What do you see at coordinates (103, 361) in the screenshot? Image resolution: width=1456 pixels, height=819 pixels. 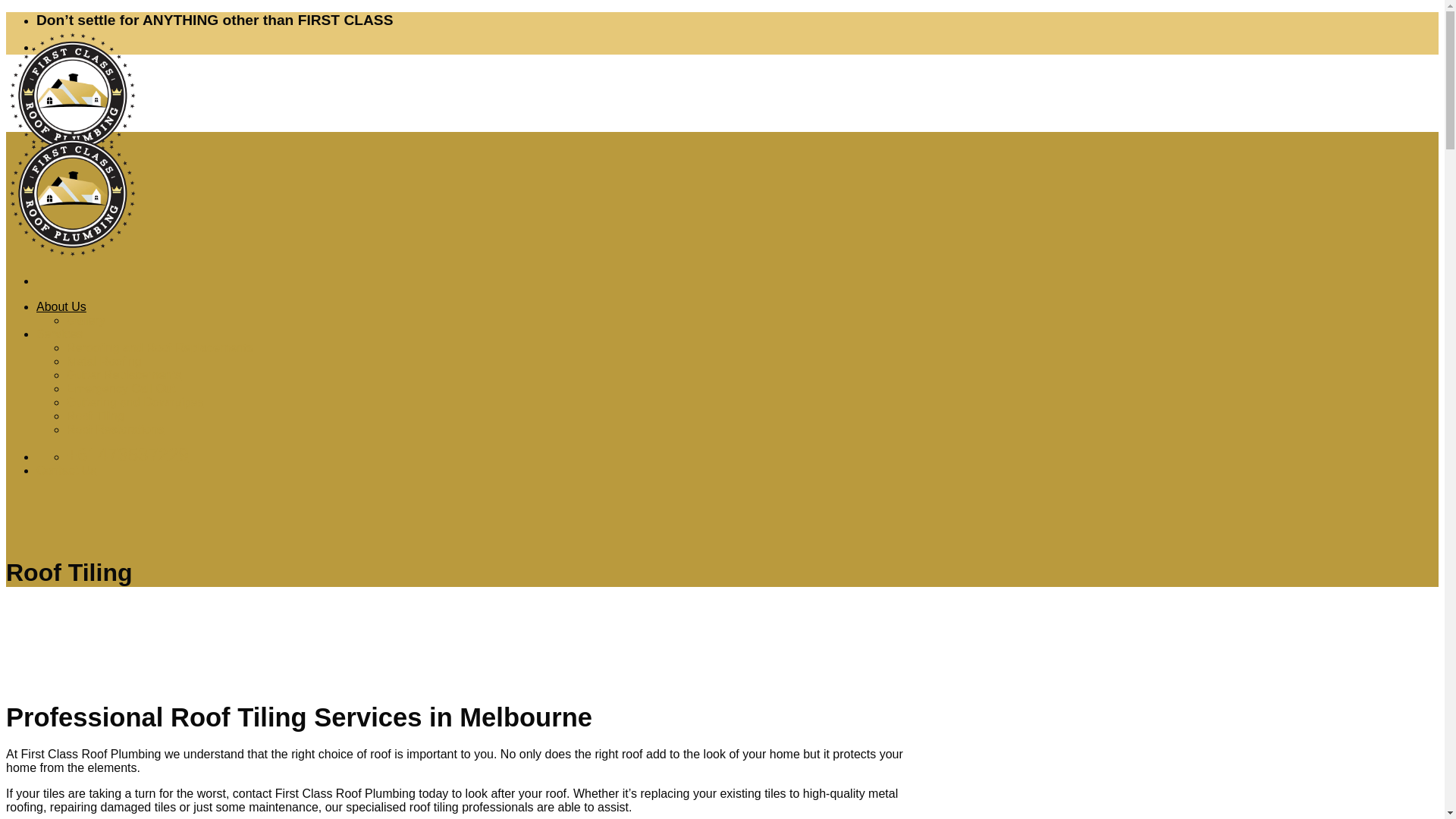 I see `'Metal Roofing'` at bounding box center [103, 361].